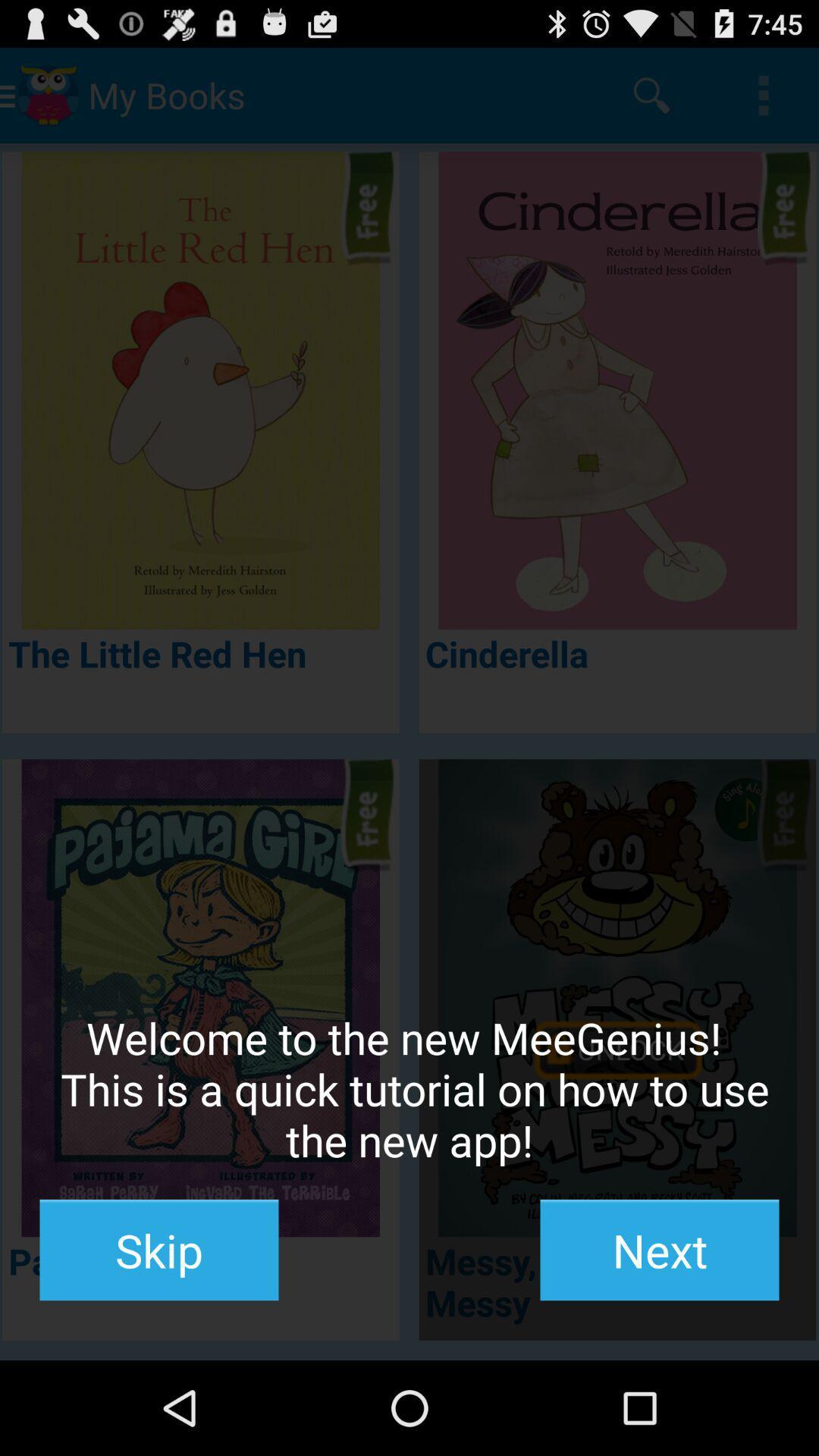  I want to click on the skip icon, so click(158, 1250).